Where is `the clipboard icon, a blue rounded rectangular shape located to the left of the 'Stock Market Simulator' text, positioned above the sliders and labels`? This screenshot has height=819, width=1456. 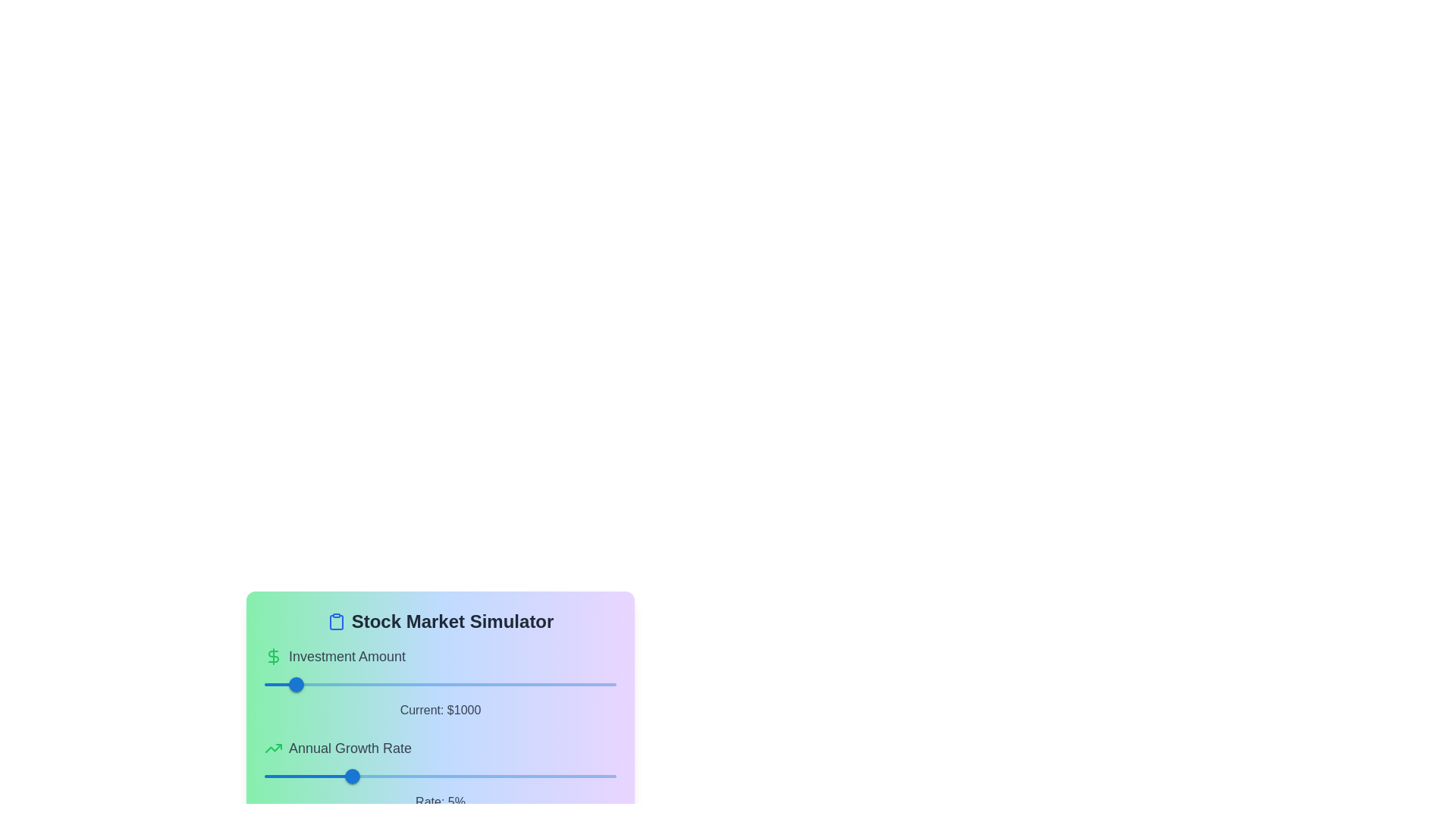 the clipboard icon, a blue rounded rectangular shape located to the left of the 'Stock Market Simulator' text, positioned above the sliders and labels is located at coordinates (335, 623).